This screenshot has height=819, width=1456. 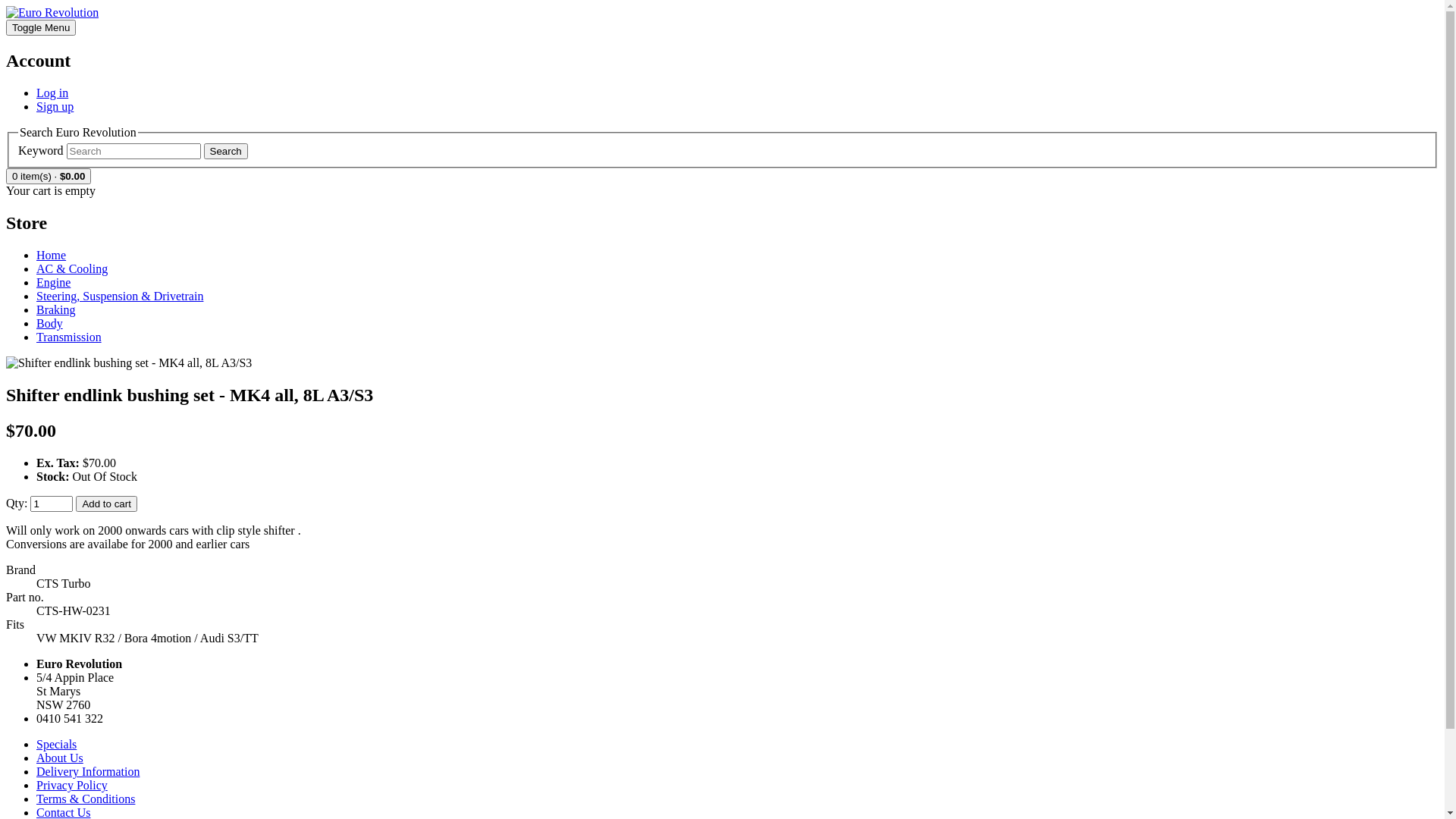 I want to click on 'Log in', so click(x=52, y=93).